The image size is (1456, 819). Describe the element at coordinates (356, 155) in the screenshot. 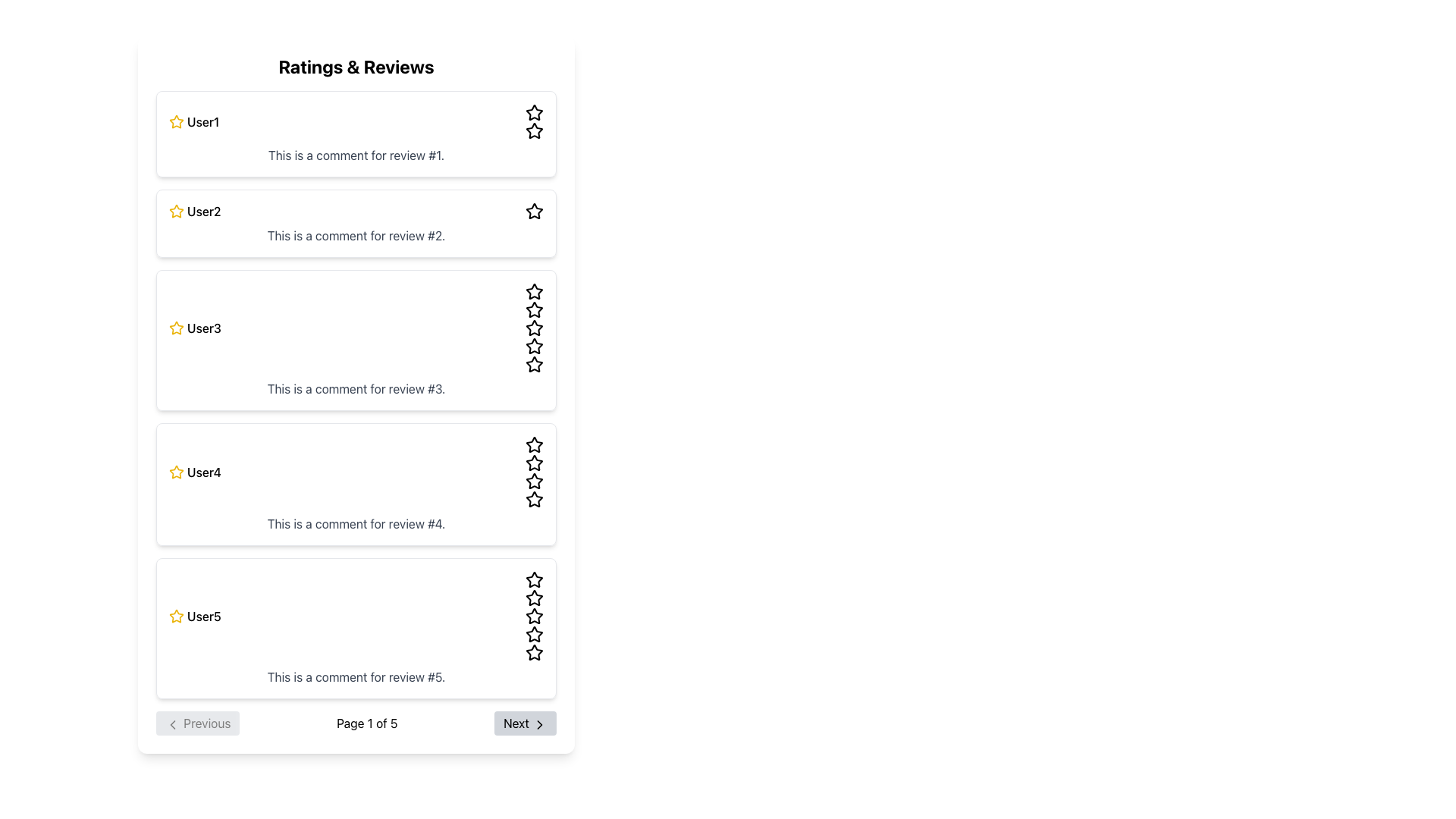

I see `text displayed in the detailed comment label associated with 'User1's review, located beneath the username and rating stars in the first review card` at that location.